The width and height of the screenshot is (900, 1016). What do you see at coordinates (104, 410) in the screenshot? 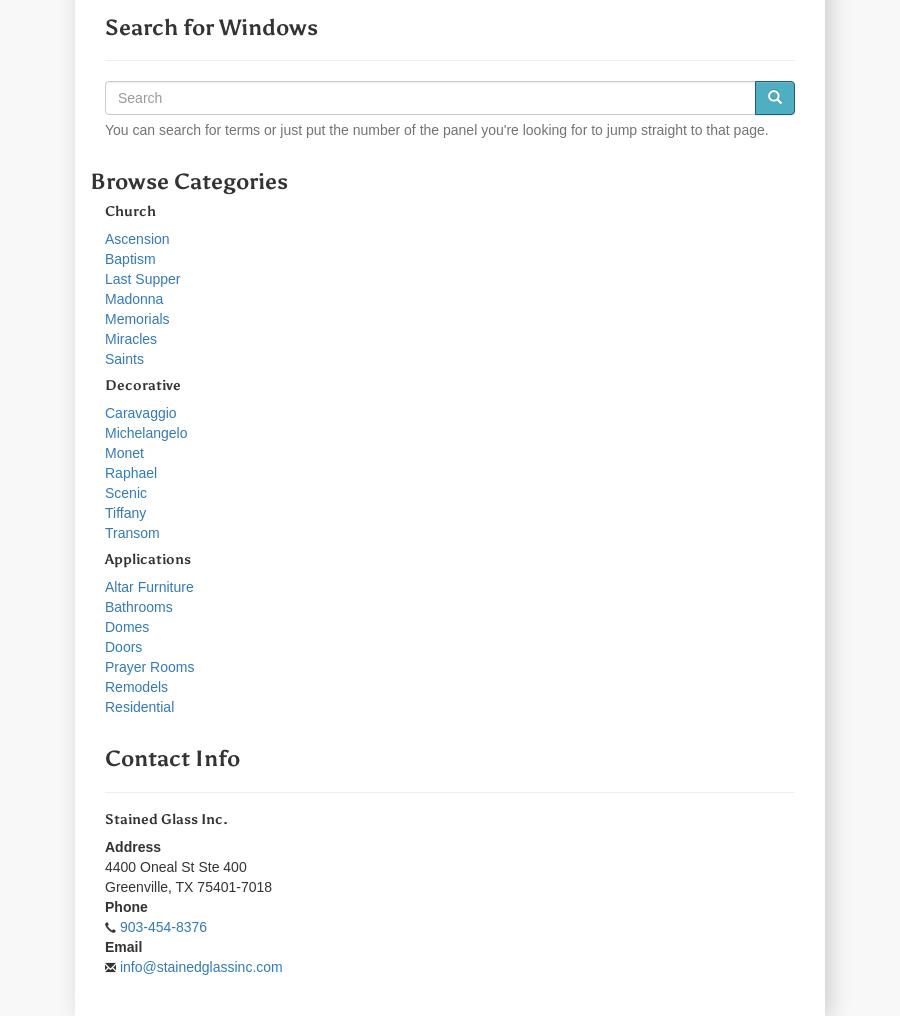
I see `'Caravaggio'` at bounding box center [104, 410].